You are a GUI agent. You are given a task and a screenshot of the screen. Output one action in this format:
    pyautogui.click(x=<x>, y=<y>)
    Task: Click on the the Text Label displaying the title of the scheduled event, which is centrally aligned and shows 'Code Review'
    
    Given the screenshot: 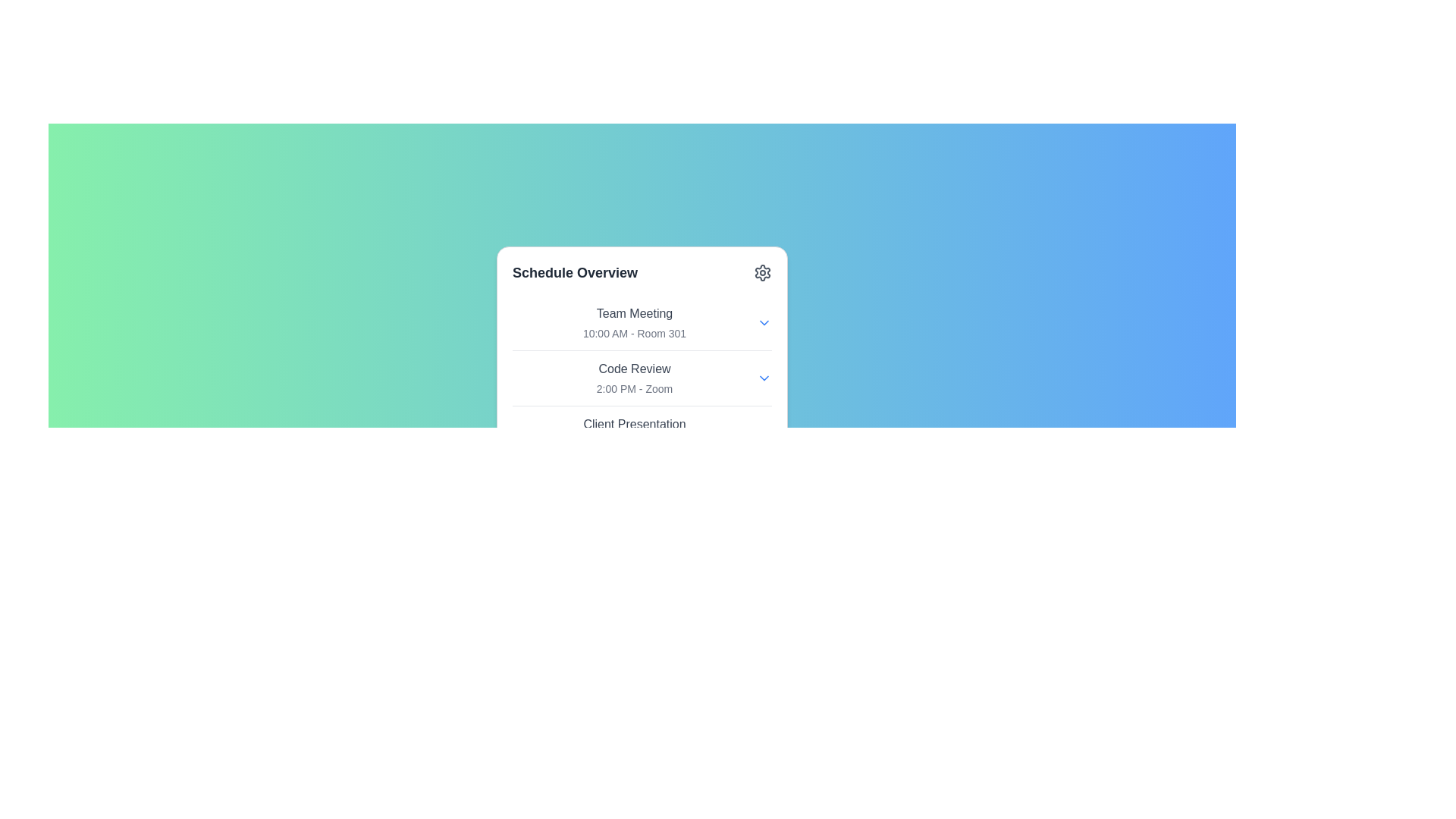 What is the action you would take?
    pyautogui.click(x=634, y=369)
    